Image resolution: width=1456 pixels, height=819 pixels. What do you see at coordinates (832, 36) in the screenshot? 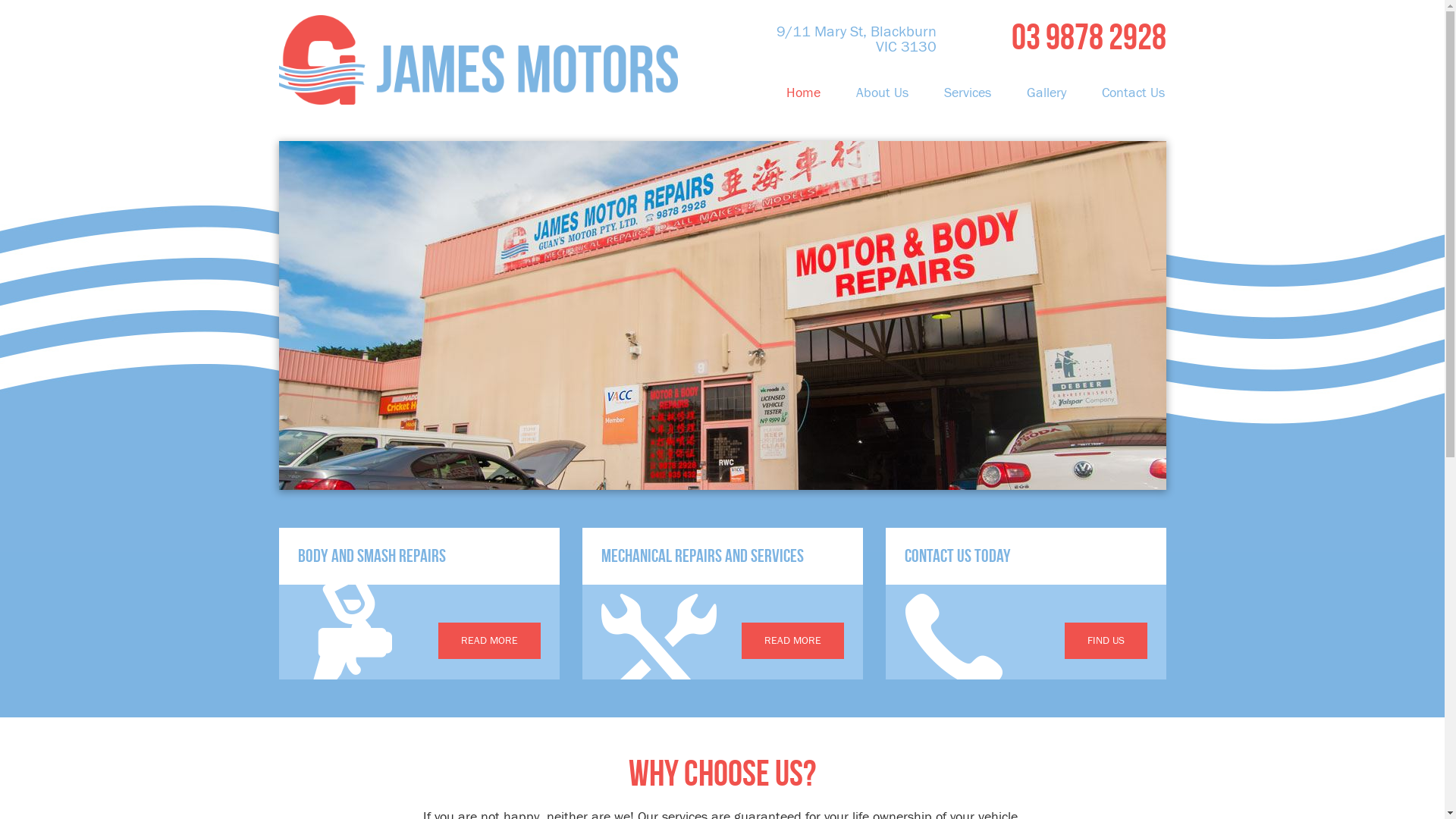
I see `'9/11 Mary St, Blackburn` at bounding box center [832, 36].